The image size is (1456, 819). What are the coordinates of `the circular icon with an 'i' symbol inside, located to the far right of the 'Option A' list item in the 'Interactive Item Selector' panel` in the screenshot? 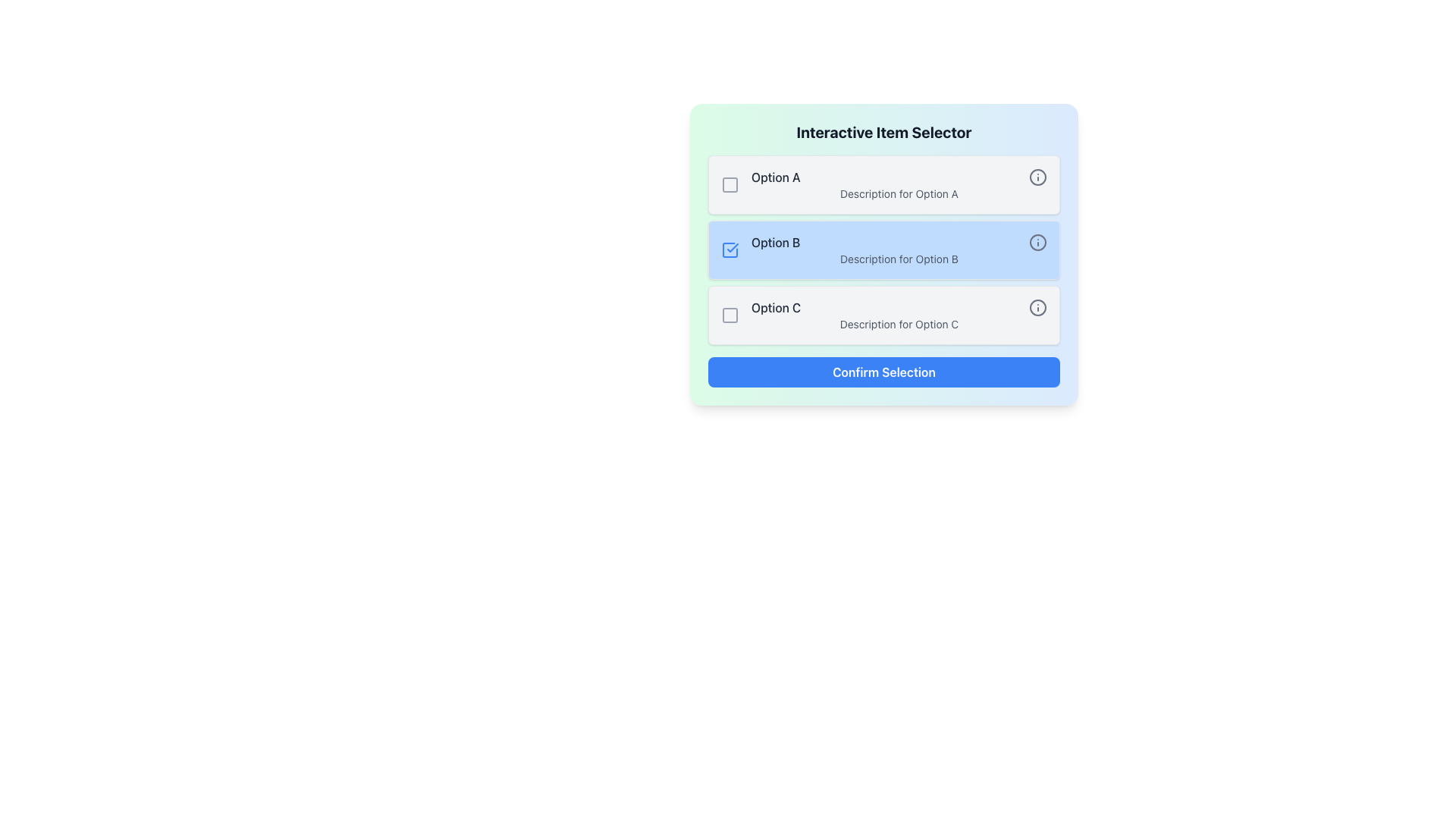 It's located at (1037, 177).